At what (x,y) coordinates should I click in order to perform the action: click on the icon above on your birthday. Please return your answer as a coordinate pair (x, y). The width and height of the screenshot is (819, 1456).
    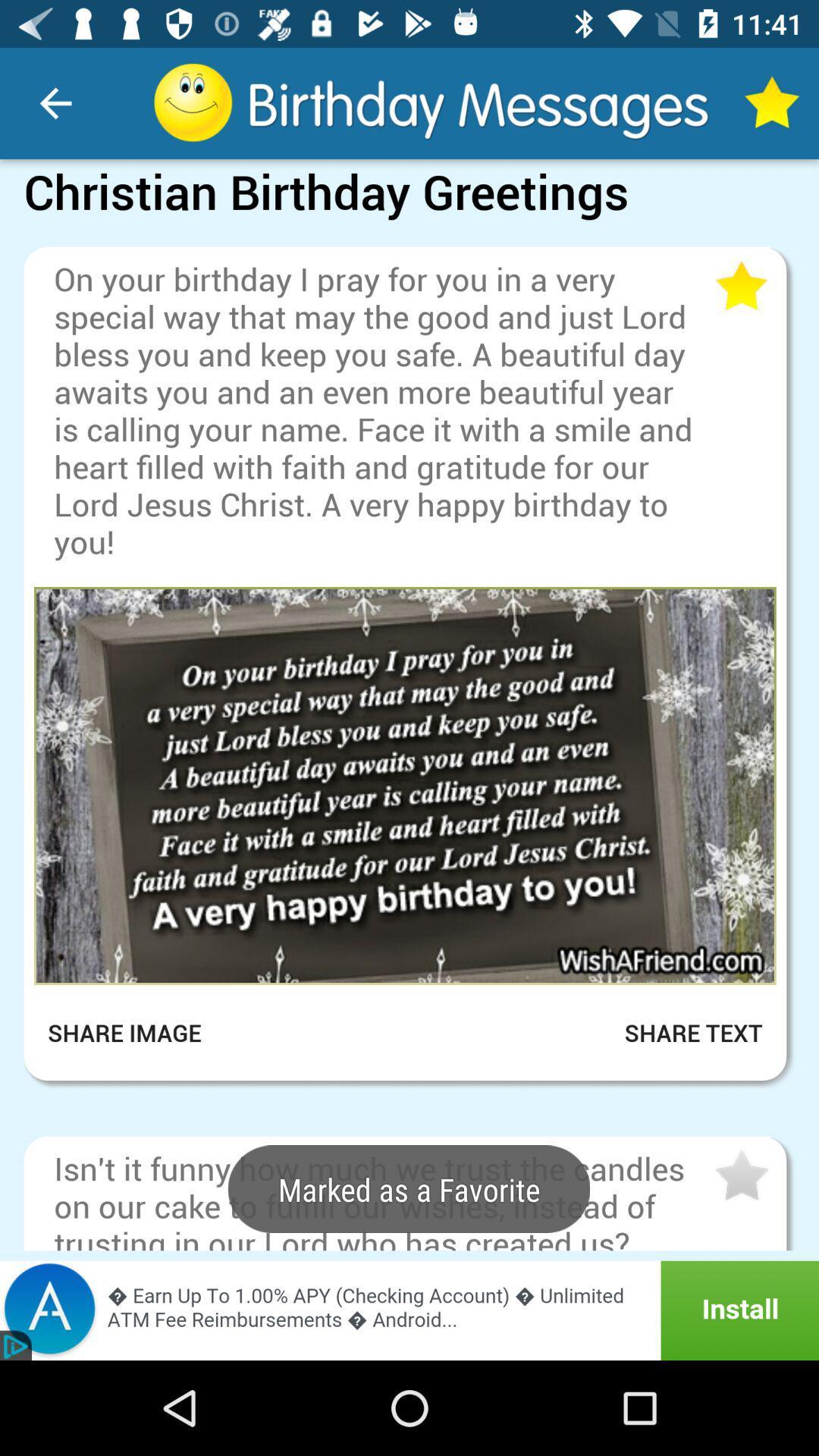
    Looking at the image, I should click on (409, 234).